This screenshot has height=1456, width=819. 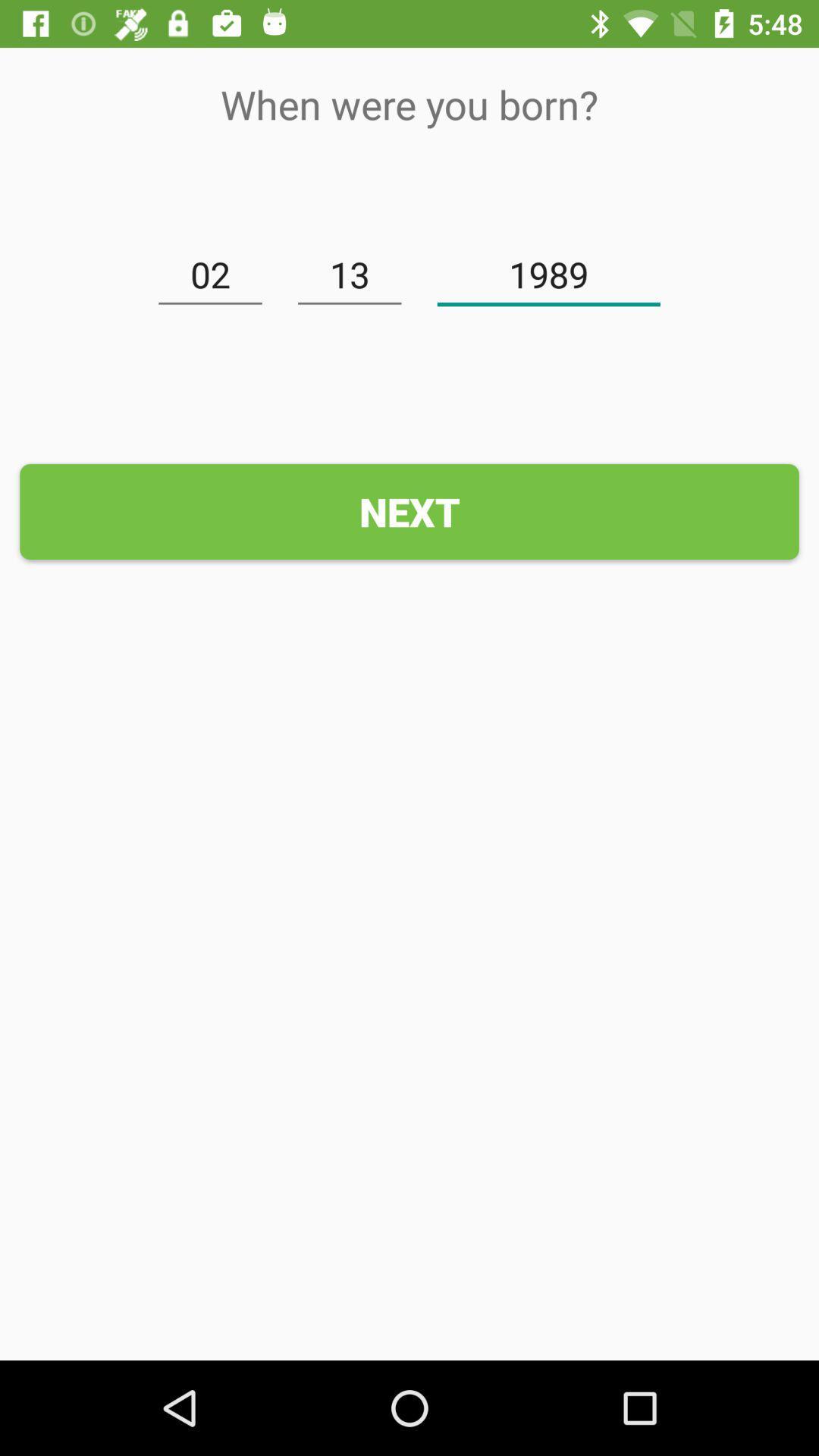 I want to click on the next icon, so click(x=409, y=512).